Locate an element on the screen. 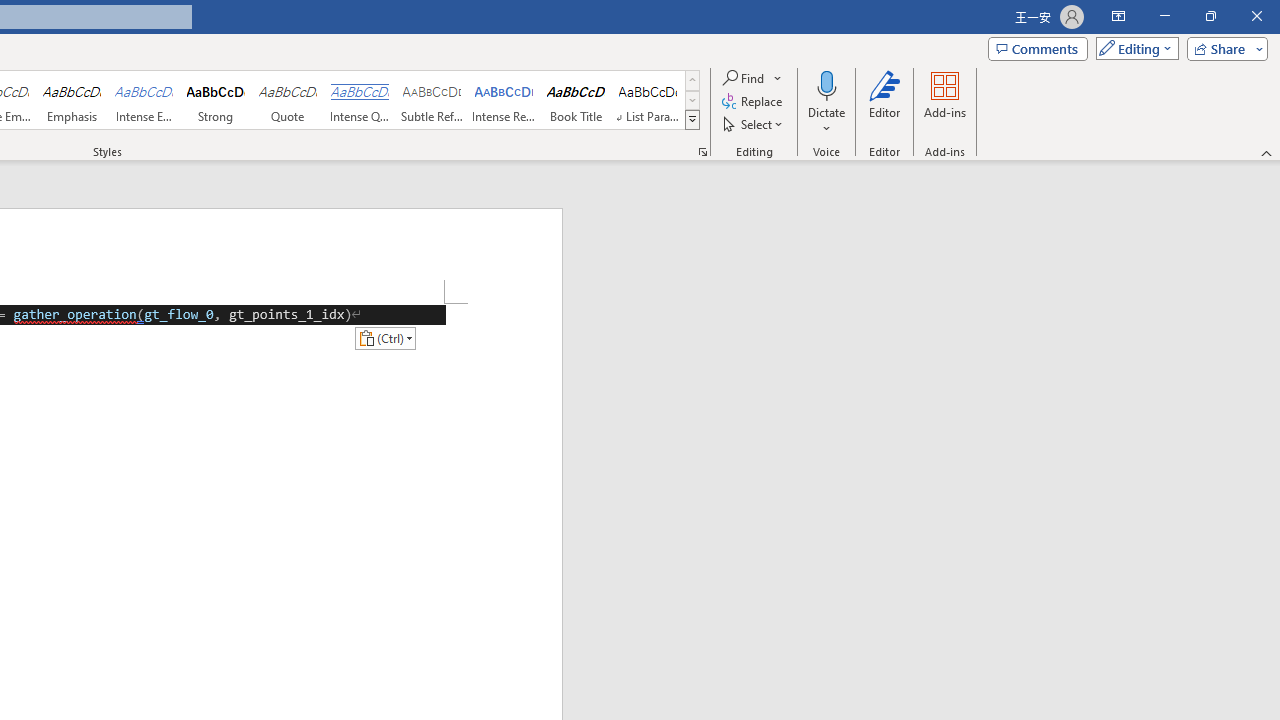 The height and width of the screenshot is (720, 1280). 'Book Title' is located at coordinates (575, 100).